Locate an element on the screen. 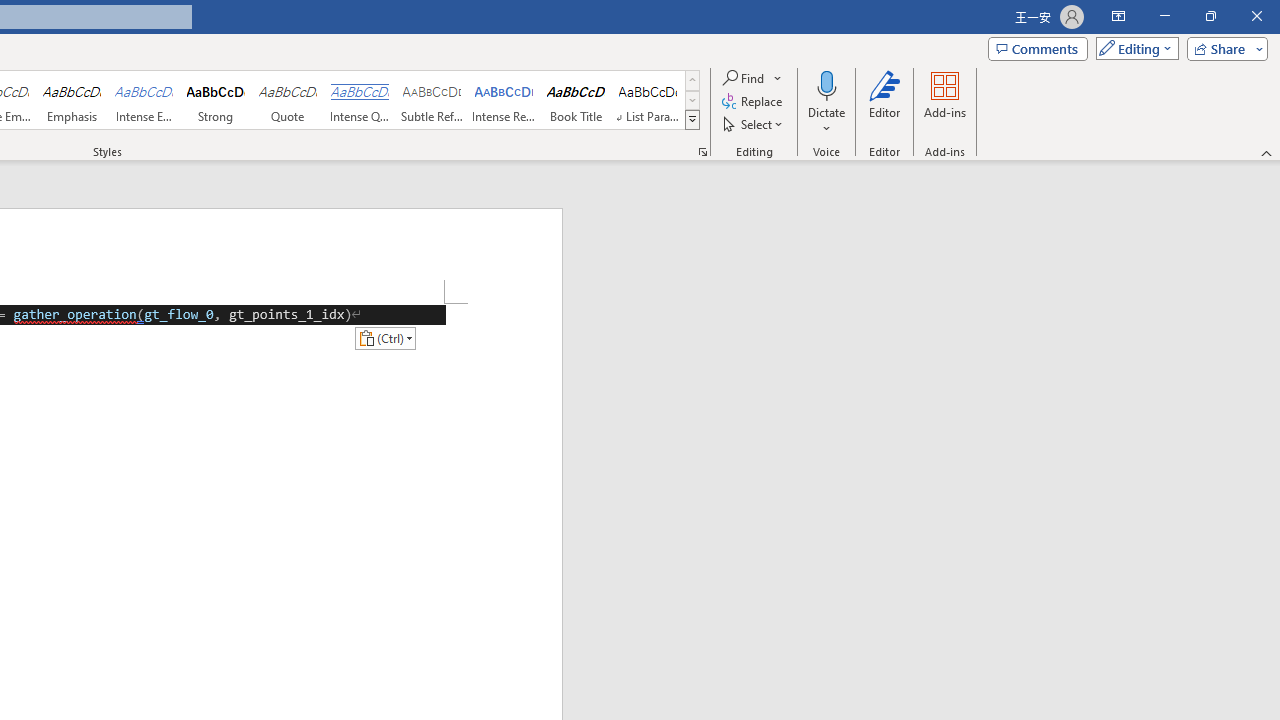 The height and width of the screenshot is (720, 1280). 'Book Title' is located at coordinates (575, 100).